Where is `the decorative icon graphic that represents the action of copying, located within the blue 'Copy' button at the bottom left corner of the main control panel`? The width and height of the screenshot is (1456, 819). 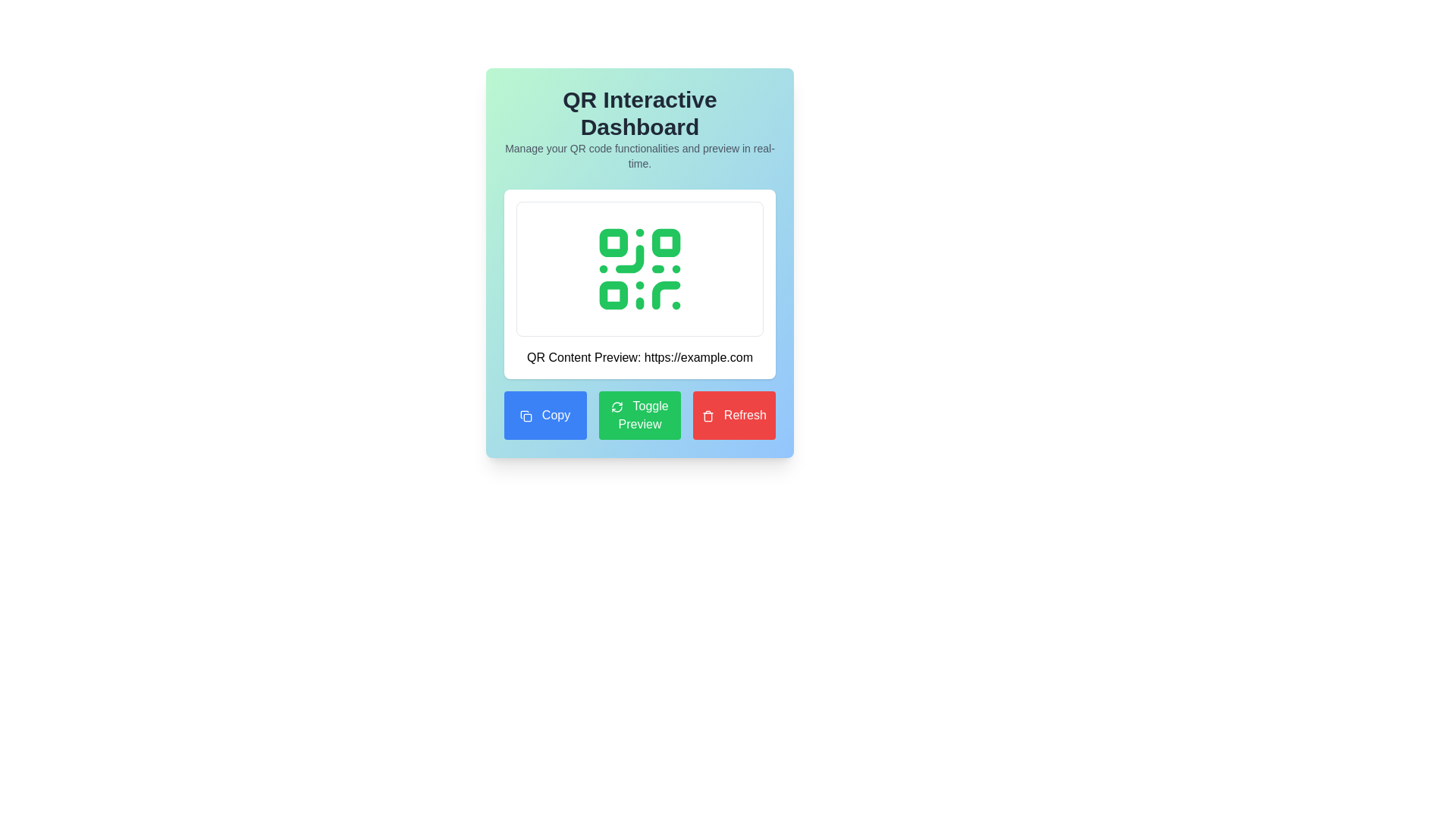 the decorative icon graphic that represents the action of copying, located within the blue 'Copy' button at the bottom left corner of the main control panel is located at coordinates (526, 416).